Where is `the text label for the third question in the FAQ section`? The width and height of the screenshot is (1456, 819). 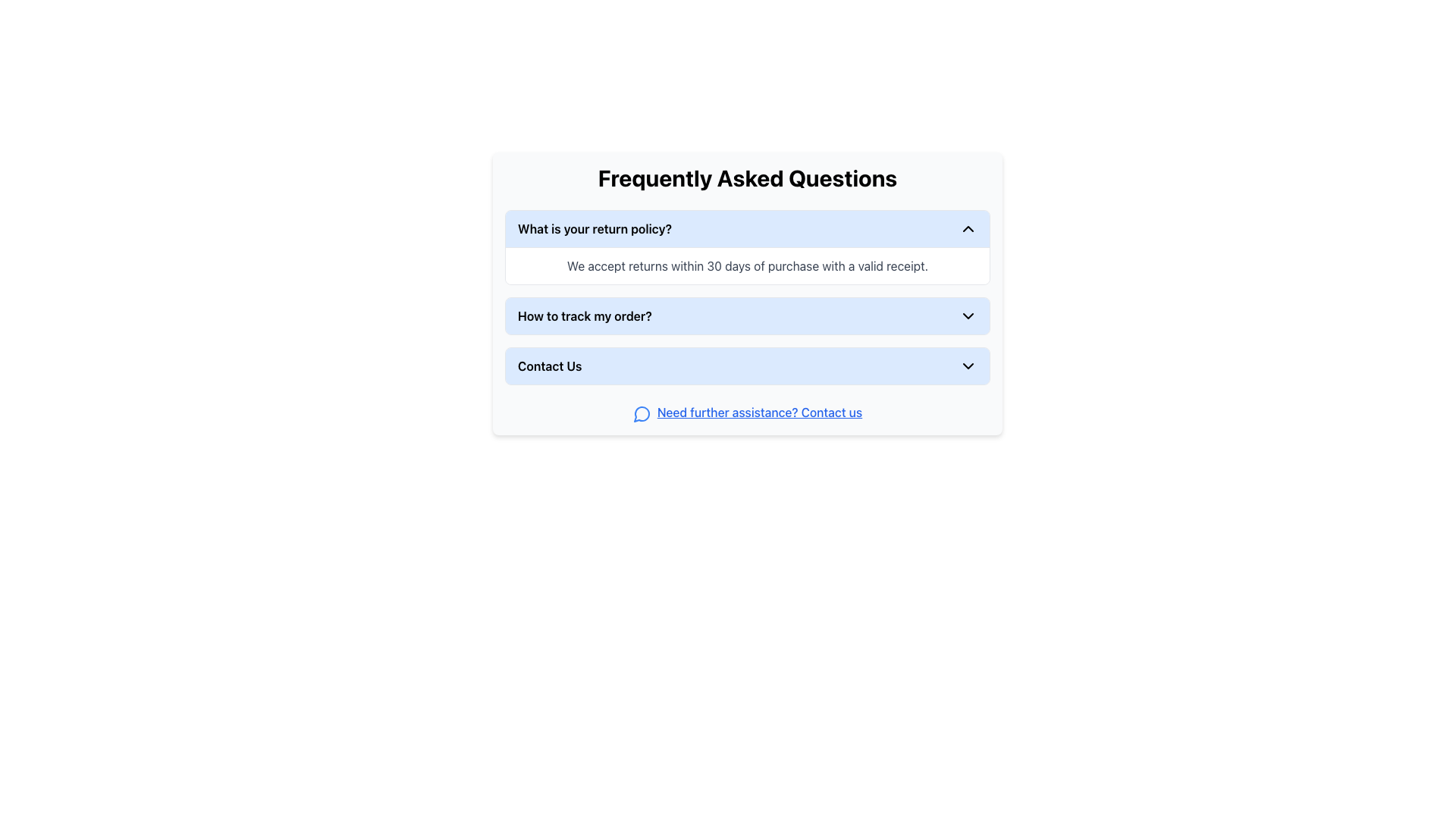
the text label for the third question in the FAQ section is located at coordinates (549, 366).